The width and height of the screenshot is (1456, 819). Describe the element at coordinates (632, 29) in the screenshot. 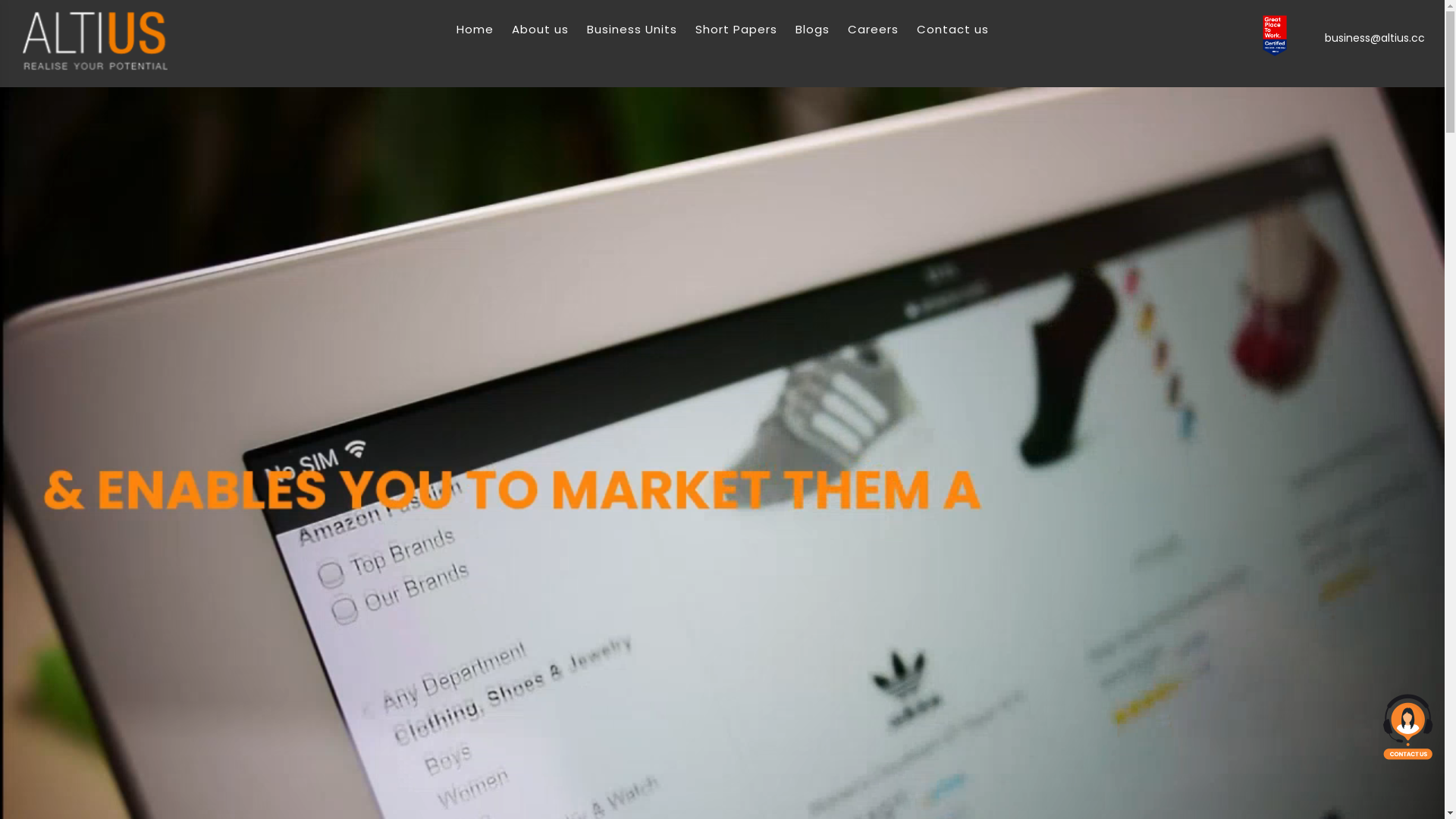

I see `'Business Units'` at that location.